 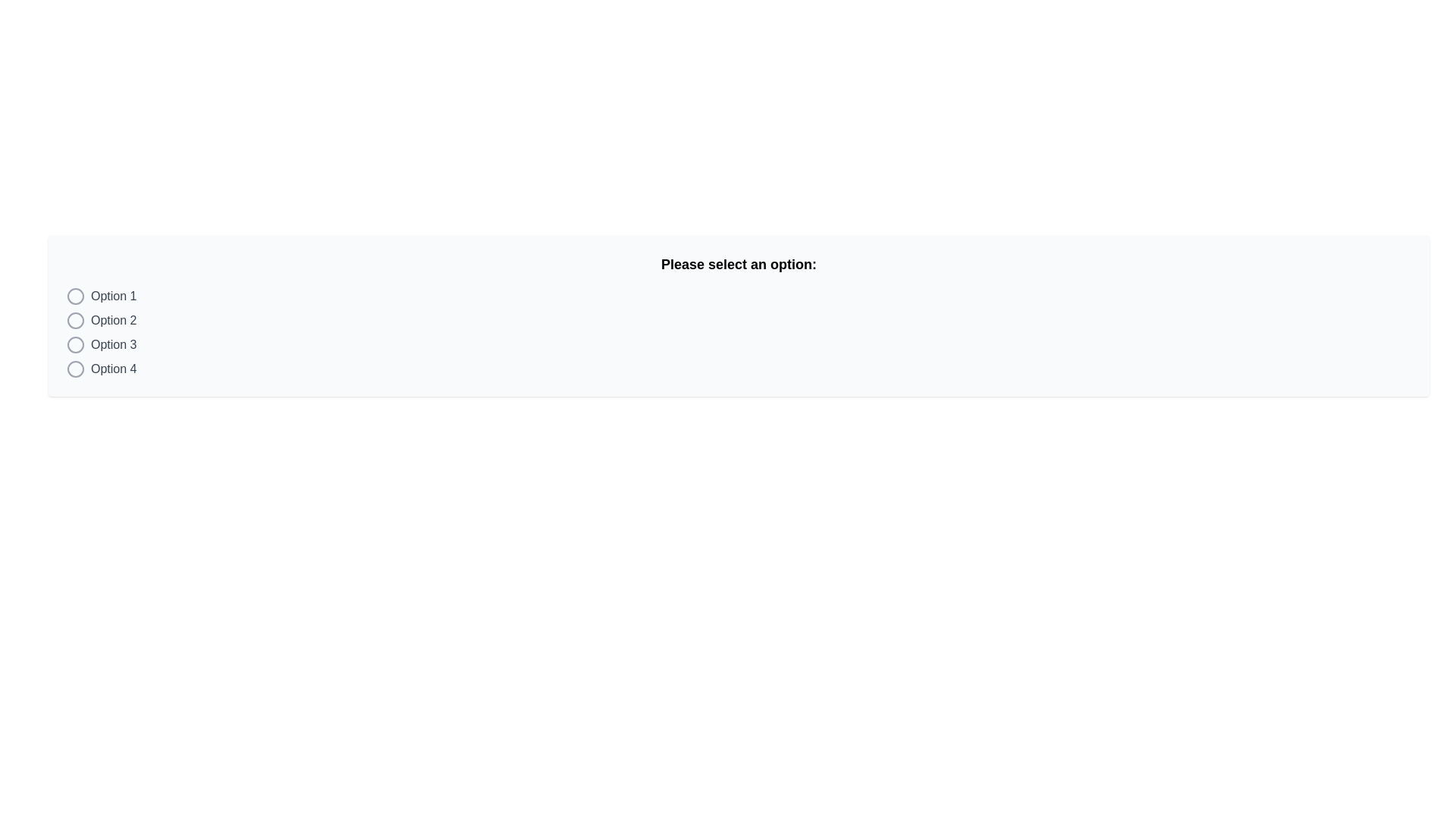 I want to click on the text label 'Option 2', which clarifies the choice of the corresponding radio button to its left in the vertical list of options, so click(x=113, y=320).